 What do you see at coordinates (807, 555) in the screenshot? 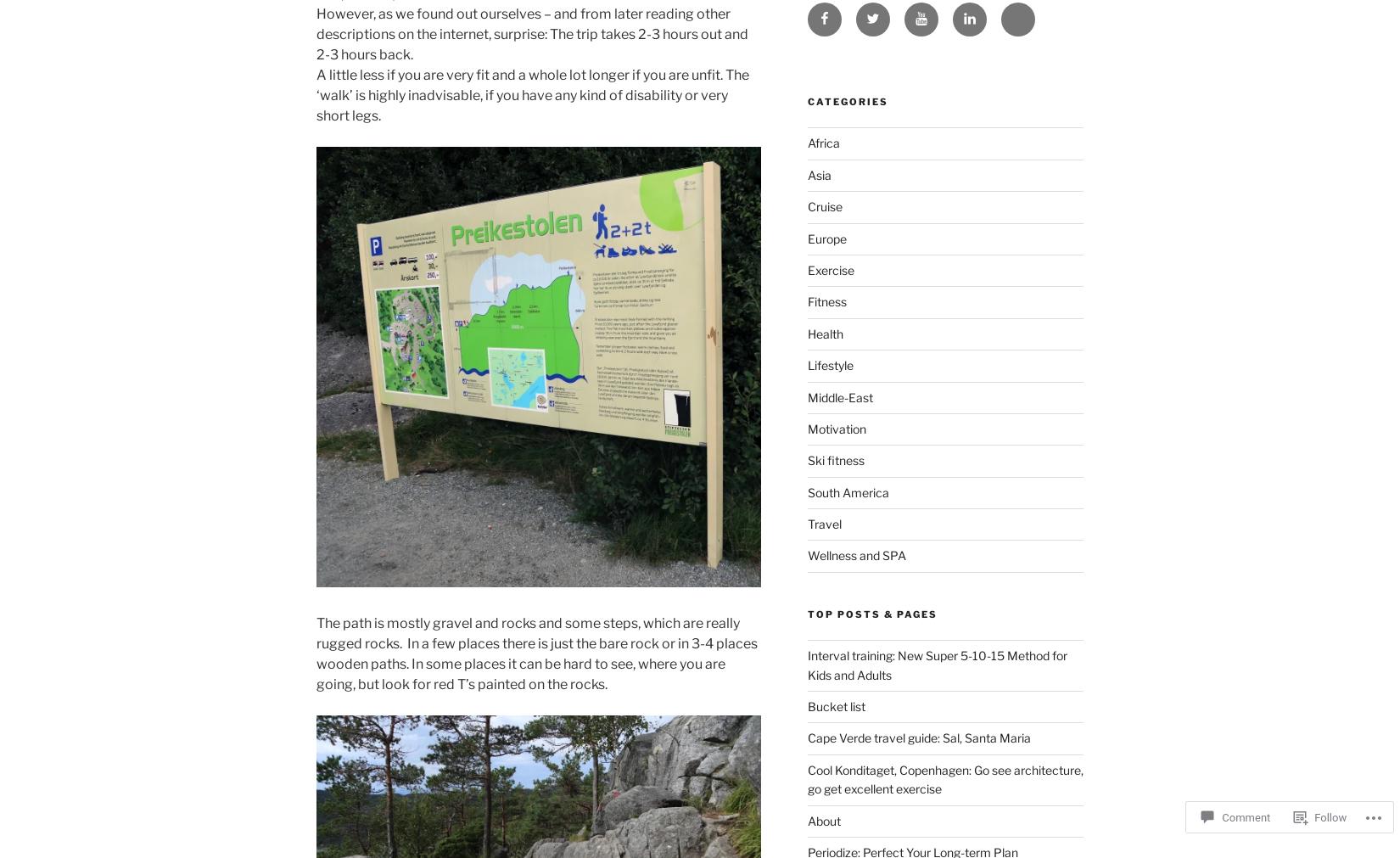
I see `'Wellness and SPA'` at bounding box center [807, 555].